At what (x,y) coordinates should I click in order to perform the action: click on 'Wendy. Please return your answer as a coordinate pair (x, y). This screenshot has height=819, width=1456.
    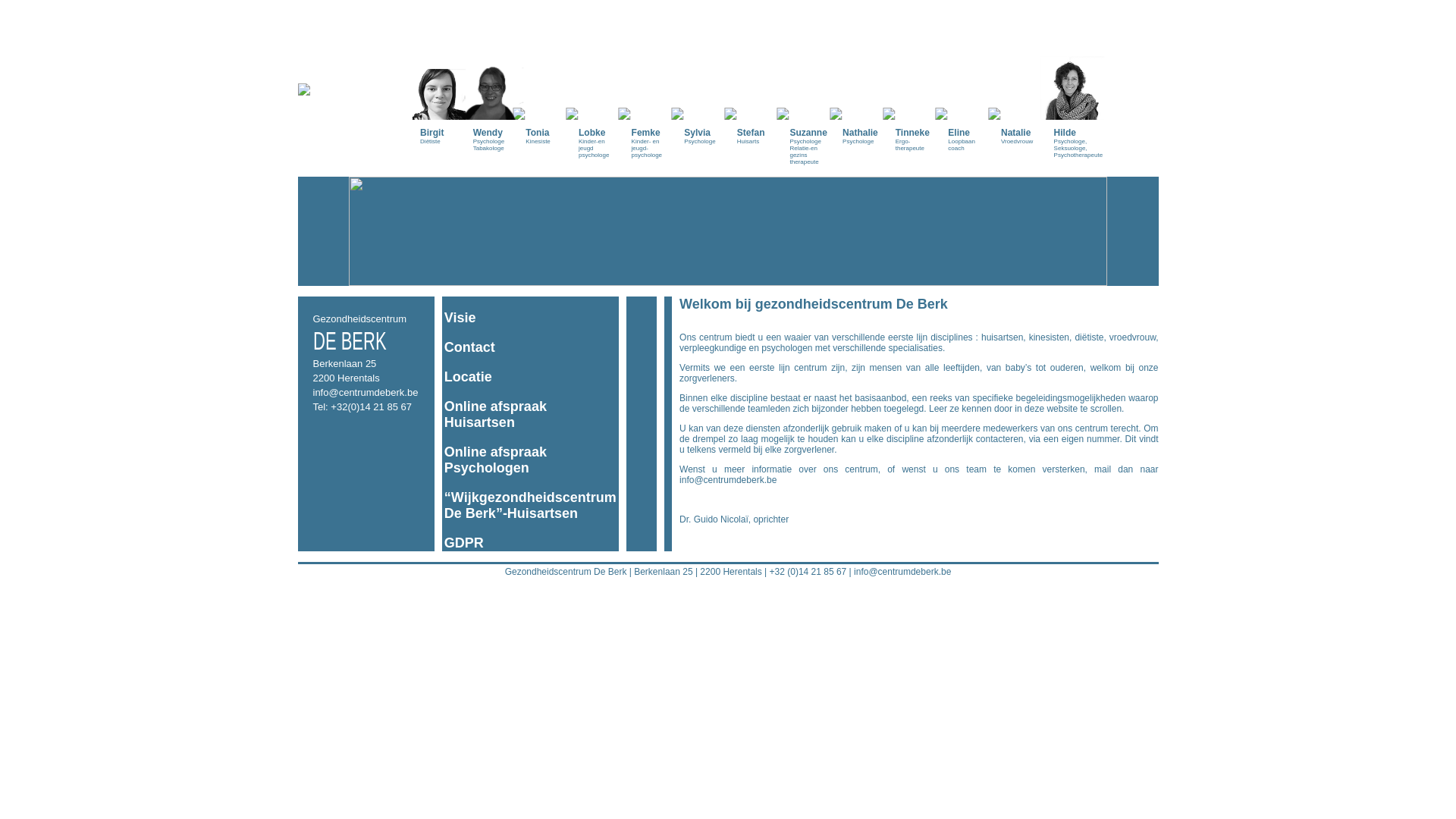
    Looking at the image, I should click on (491, 82).